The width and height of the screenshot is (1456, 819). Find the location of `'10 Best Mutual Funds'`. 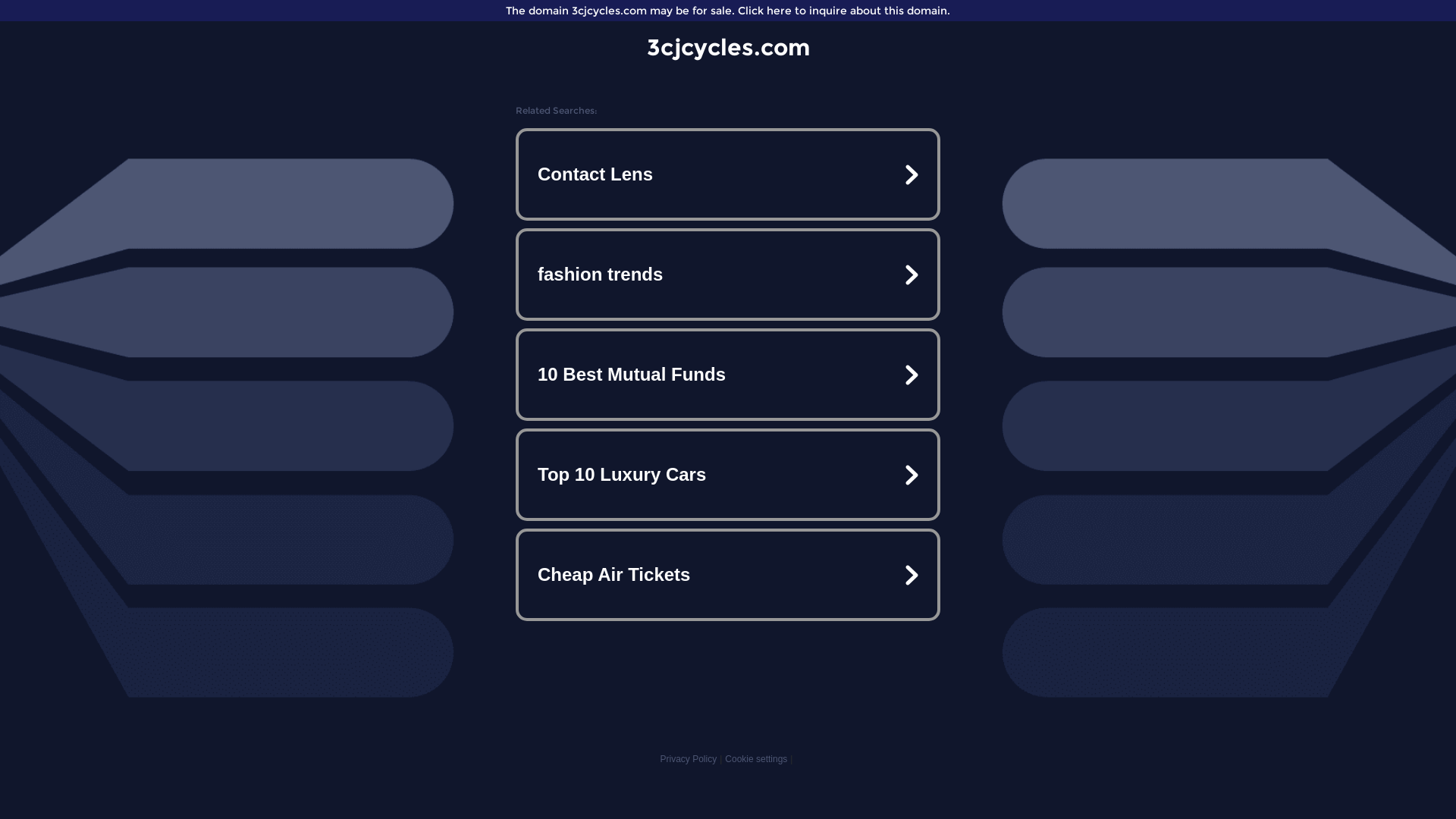

'10 Best Mutual Funds' is located at coordinates (728, 374).